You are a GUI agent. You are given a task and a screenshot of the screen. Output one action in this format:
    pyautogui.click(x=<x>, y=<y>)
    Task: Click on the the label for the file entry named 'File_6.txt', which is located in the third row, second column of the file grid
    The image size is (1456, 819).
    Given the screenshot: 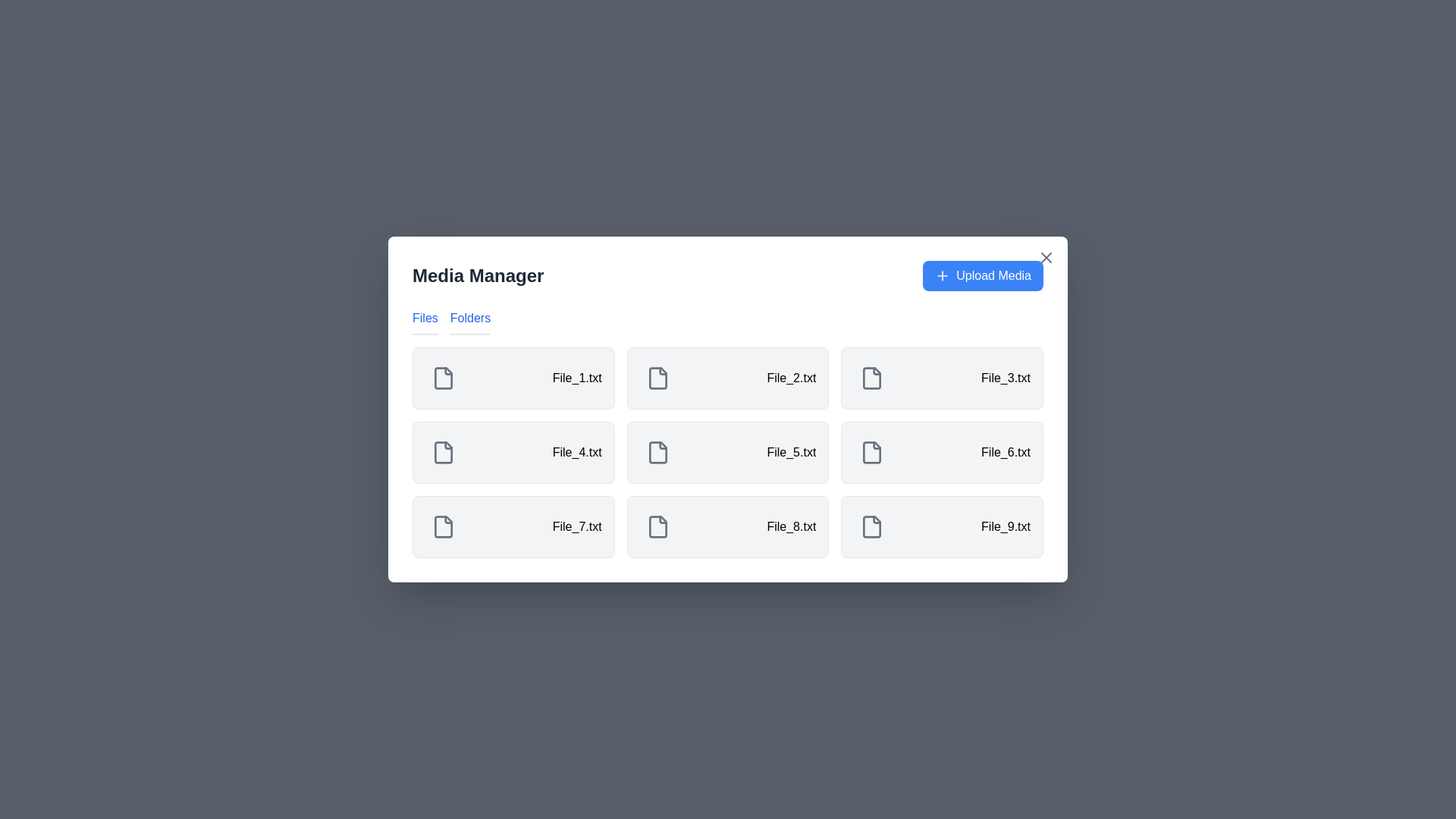 What is the action you would take?
    pyautogui.click(x=1006, y=452)
    